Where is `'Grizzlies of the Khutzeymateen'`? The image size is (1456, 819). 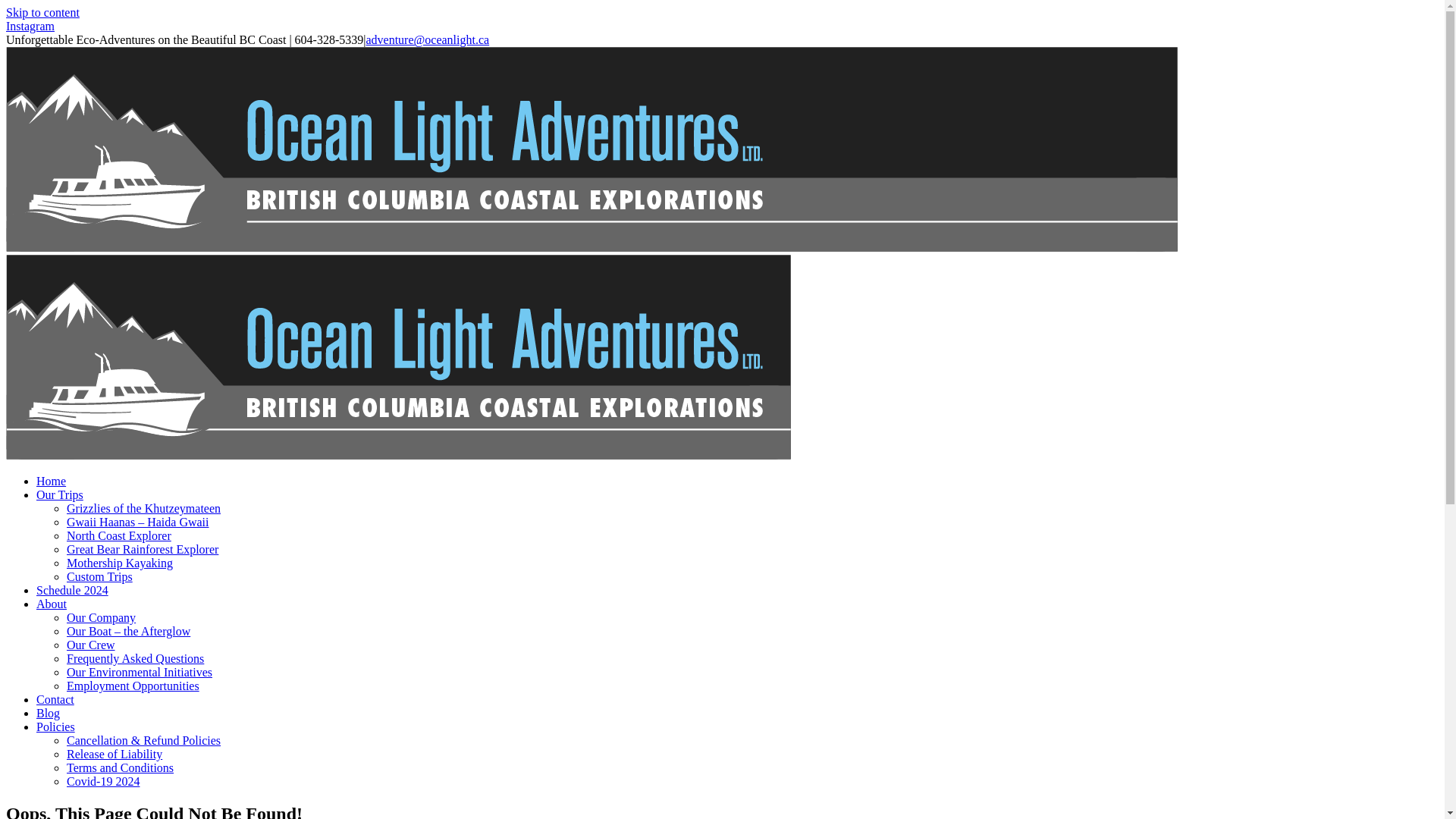
'Grizzlies of the Khutzeymateen' is located at coordinates (143, 508).